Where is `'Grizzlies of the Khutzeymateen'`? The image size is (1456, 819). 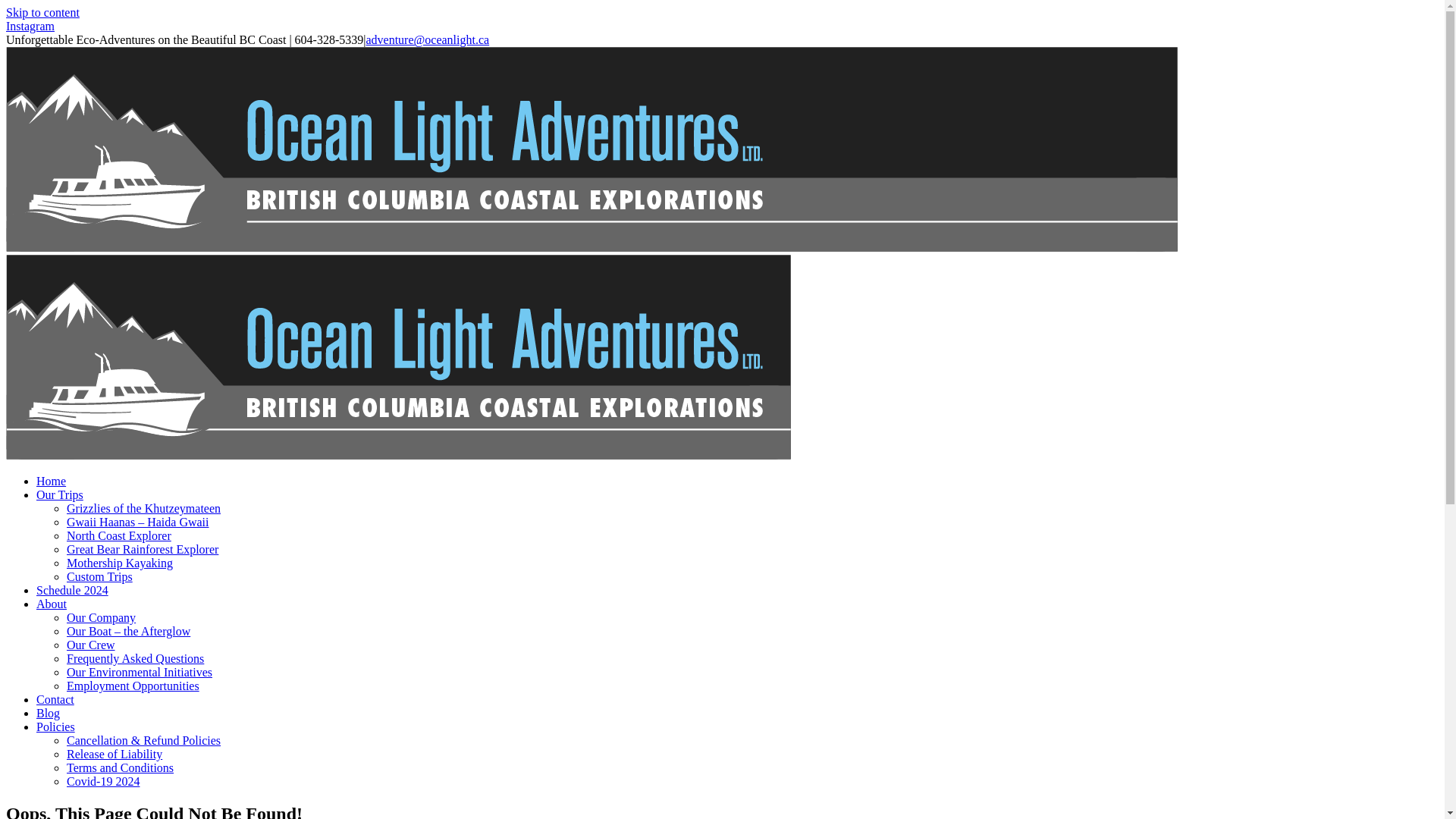
'Grizzlies of the Khutzeymateen' is located at coordinates (143, 508).